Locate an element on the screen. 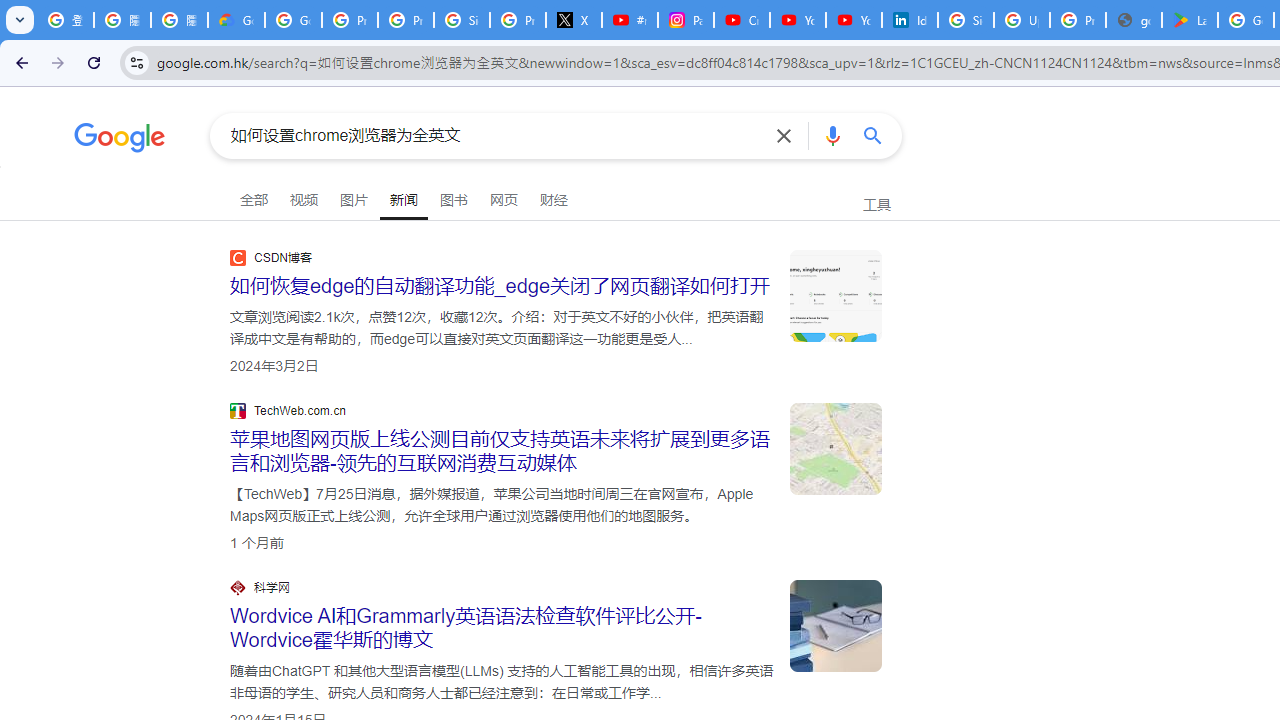  'Google Cloud Privacy Notice' is located at coordinates (236, 20).